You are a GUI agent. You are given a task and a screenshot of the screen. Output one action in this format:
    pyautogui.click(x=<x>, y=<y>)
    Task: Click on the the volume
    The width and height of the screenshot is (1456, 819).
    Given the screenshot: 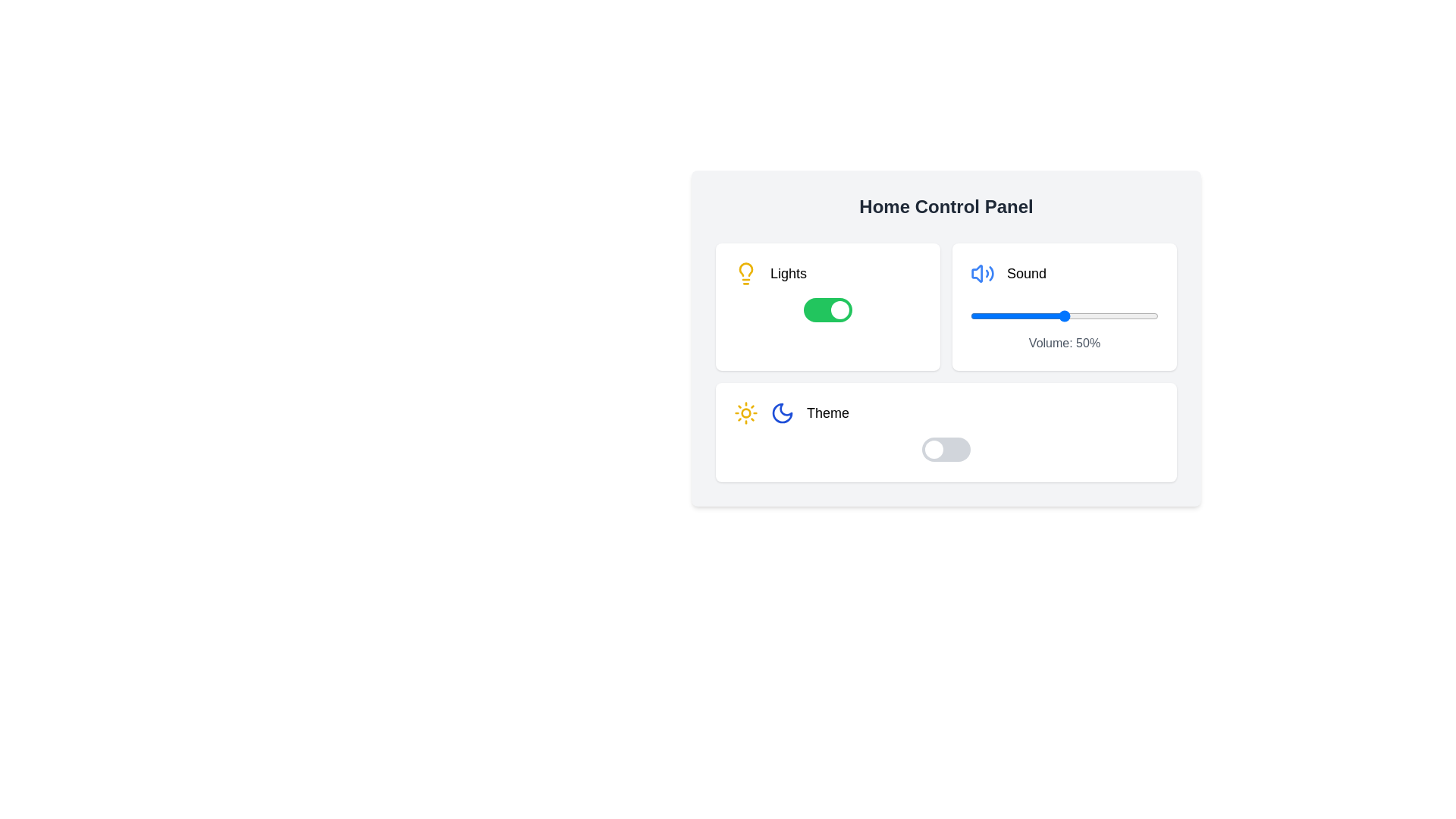 What is the action you would take?
    pyautogui.click(x=1037, y=315)
    